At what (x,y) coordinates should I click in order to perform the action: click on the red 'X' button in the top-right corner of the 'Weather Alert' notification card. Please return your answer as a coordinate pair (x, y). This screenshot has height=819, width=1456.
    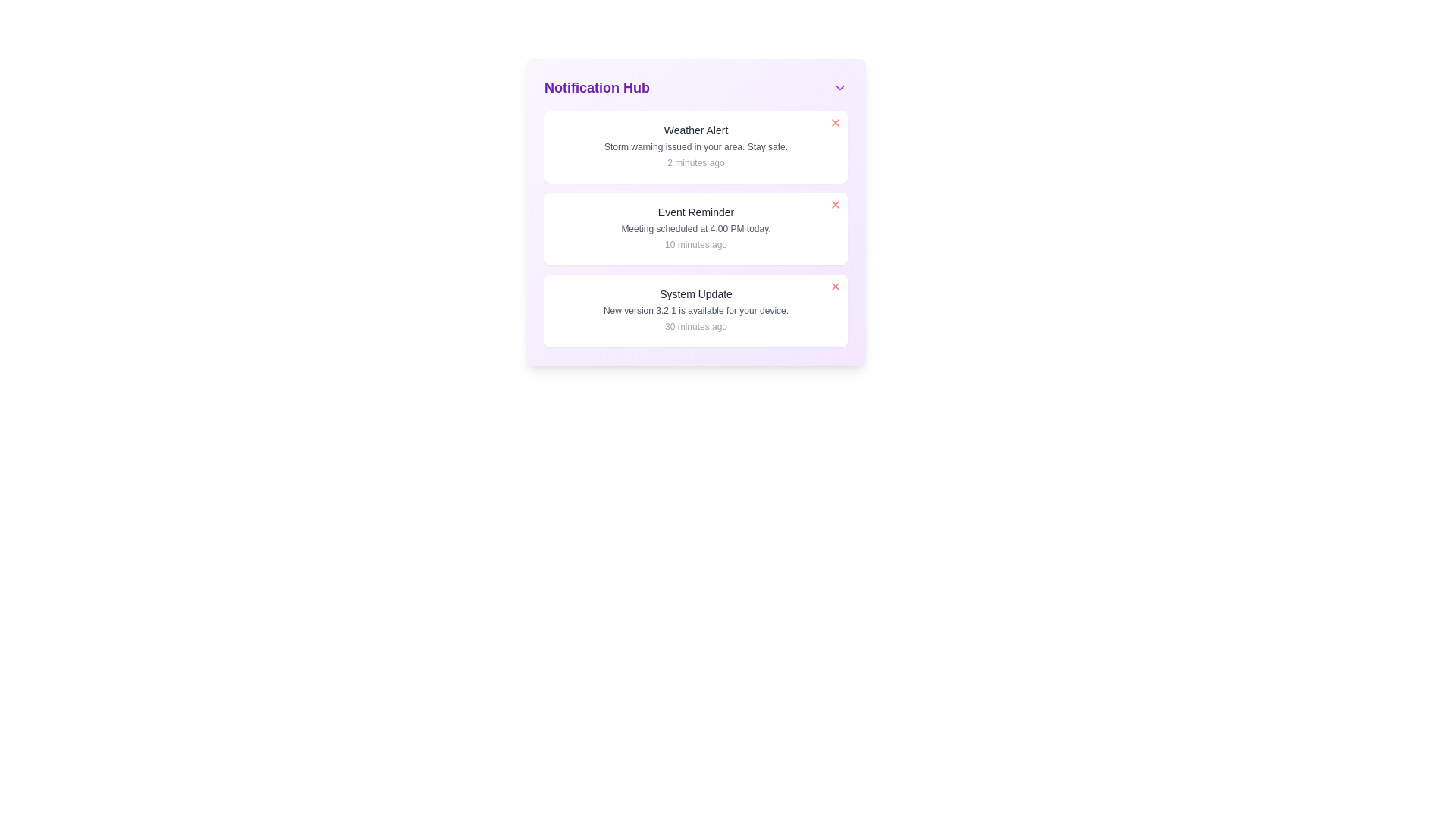
    Looking at the image, I should click on (835, 122).